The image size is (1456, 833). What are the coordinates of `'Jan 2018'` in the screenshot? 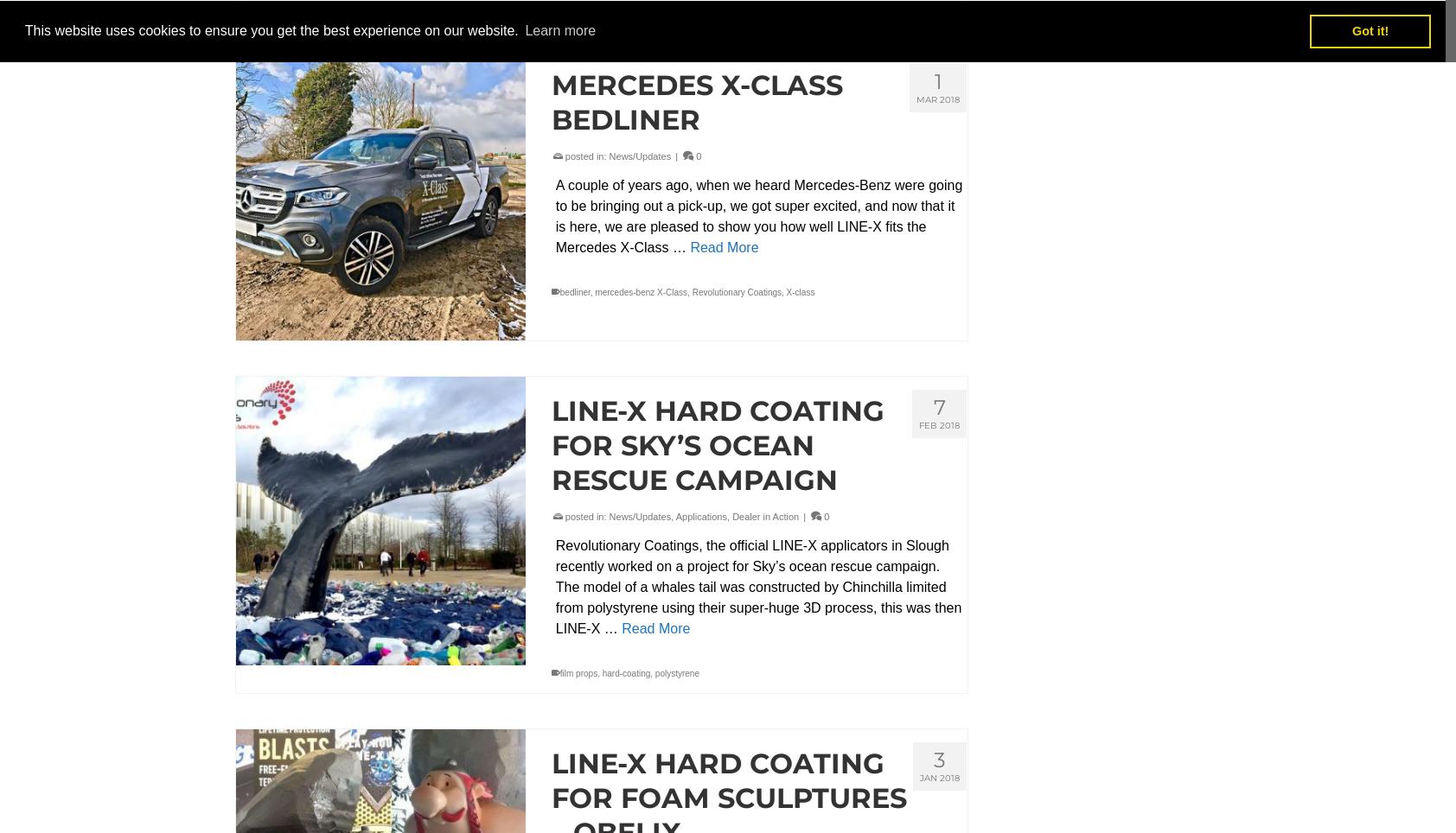 It's located at (940, 776).